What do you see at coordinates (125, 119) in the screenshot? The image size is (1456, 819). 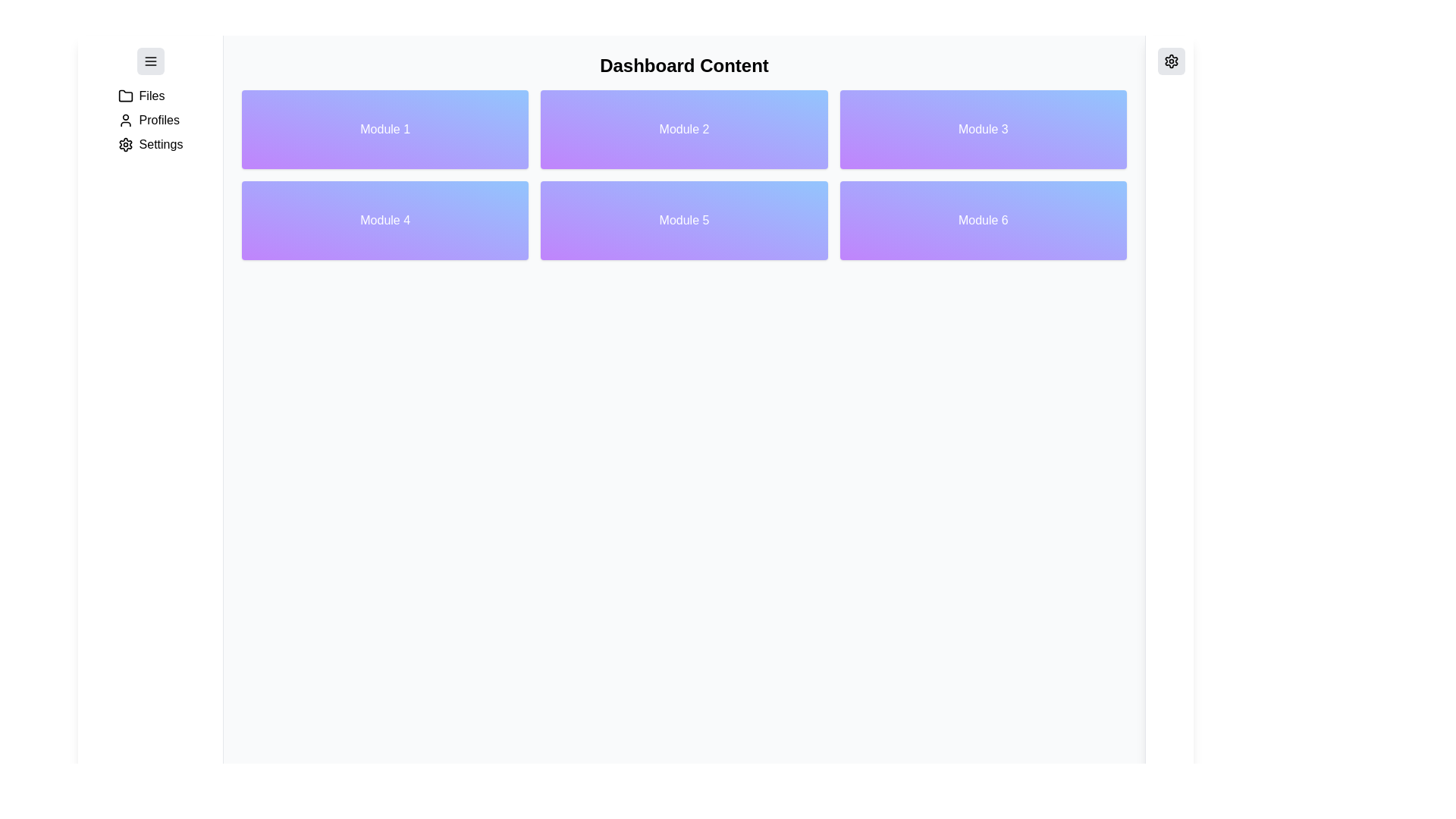 I see `the user icon represented as a line-drawn head and shoulders figure located in the sidebar, directly to the left of the 'Profiles' label` at bounding box center [125, 119].